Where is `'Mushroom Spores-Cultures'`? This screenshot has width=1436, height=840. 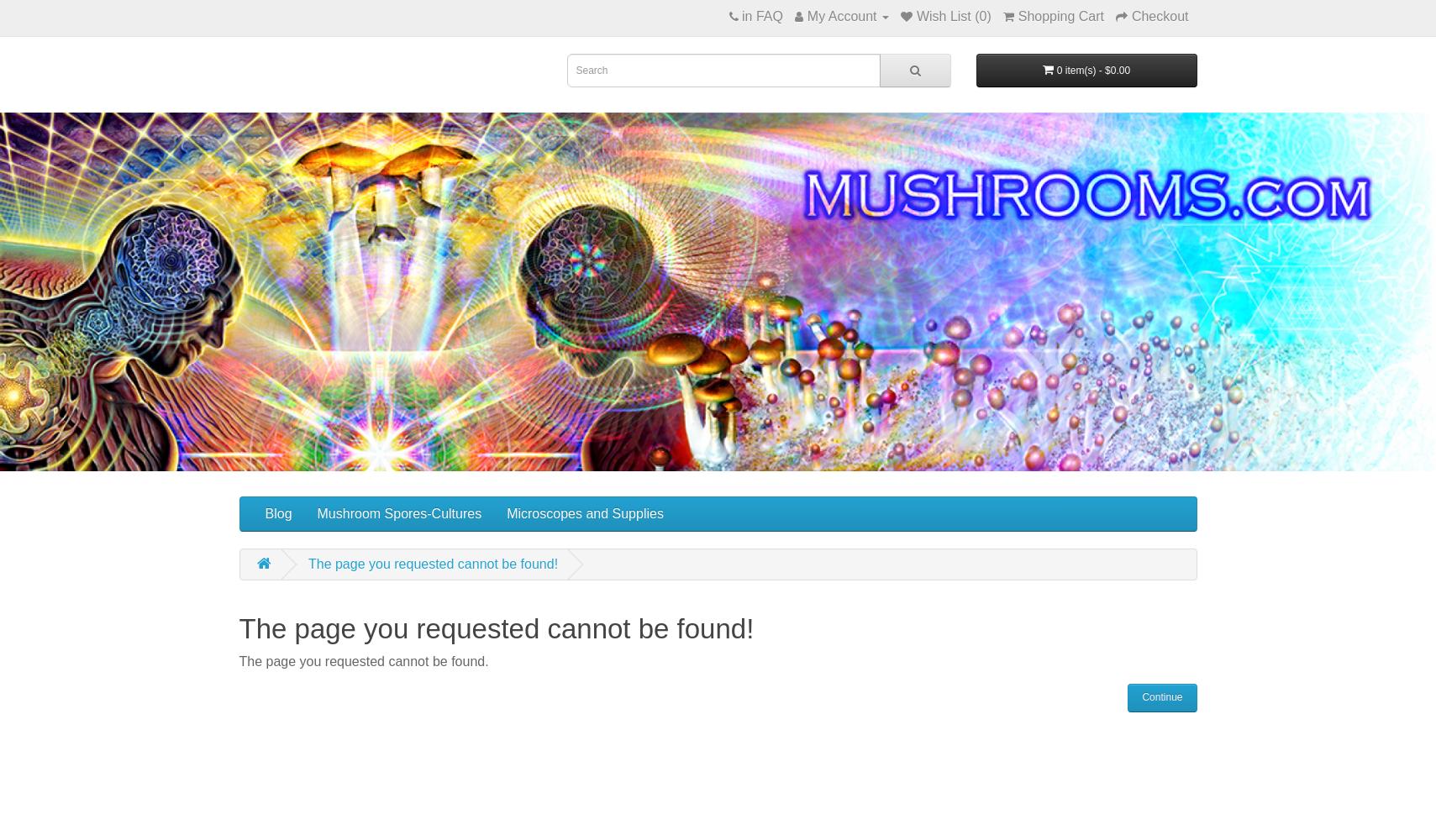 'Mushroom Spores-Cultures' is located at coordinates (397, 512).